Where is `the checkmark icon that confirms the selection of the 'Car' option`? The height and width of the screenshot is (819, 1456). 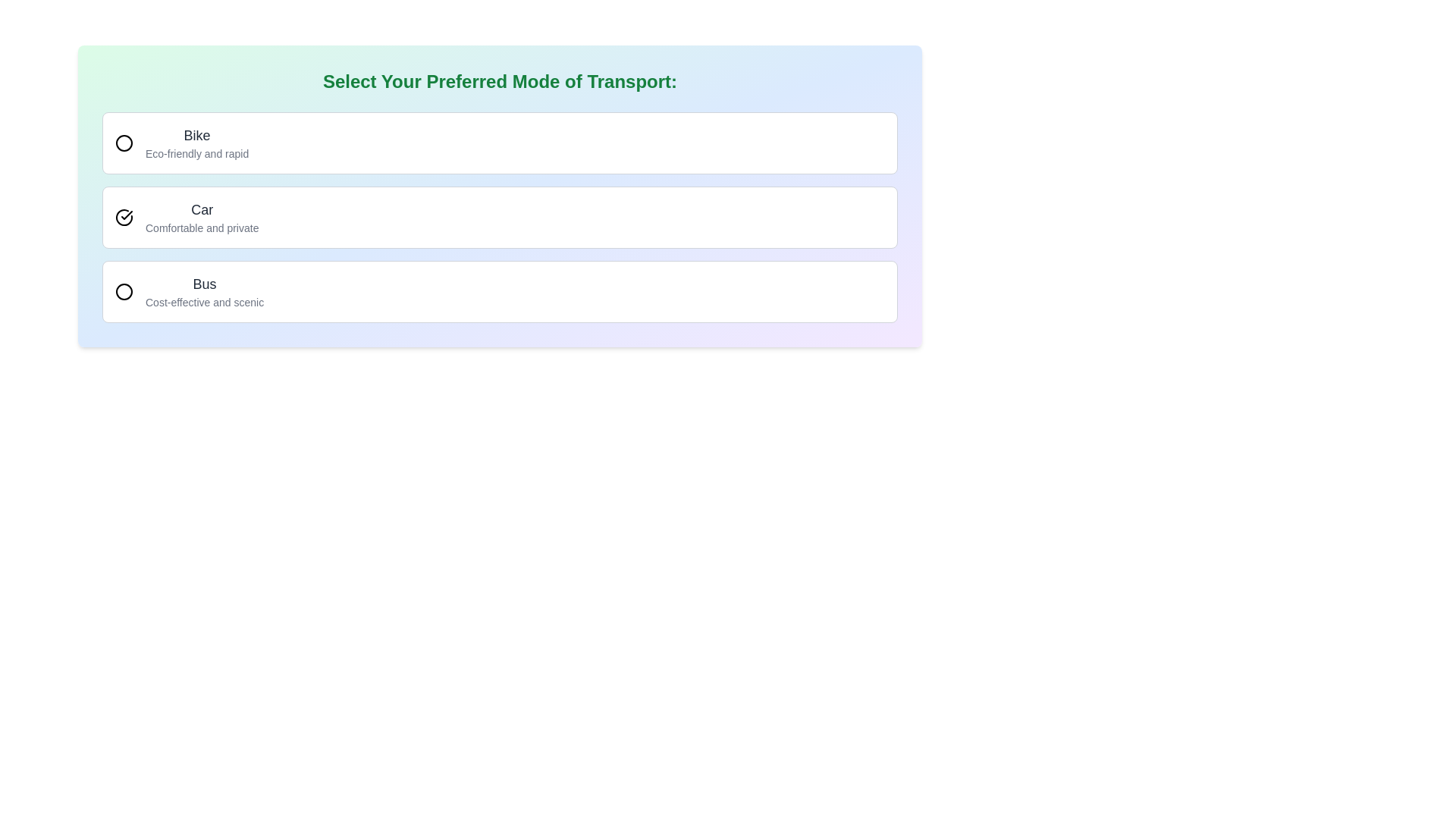
the checkmark icon that confirms the selection of the 'Car' option is located at coordinates (124, 217).